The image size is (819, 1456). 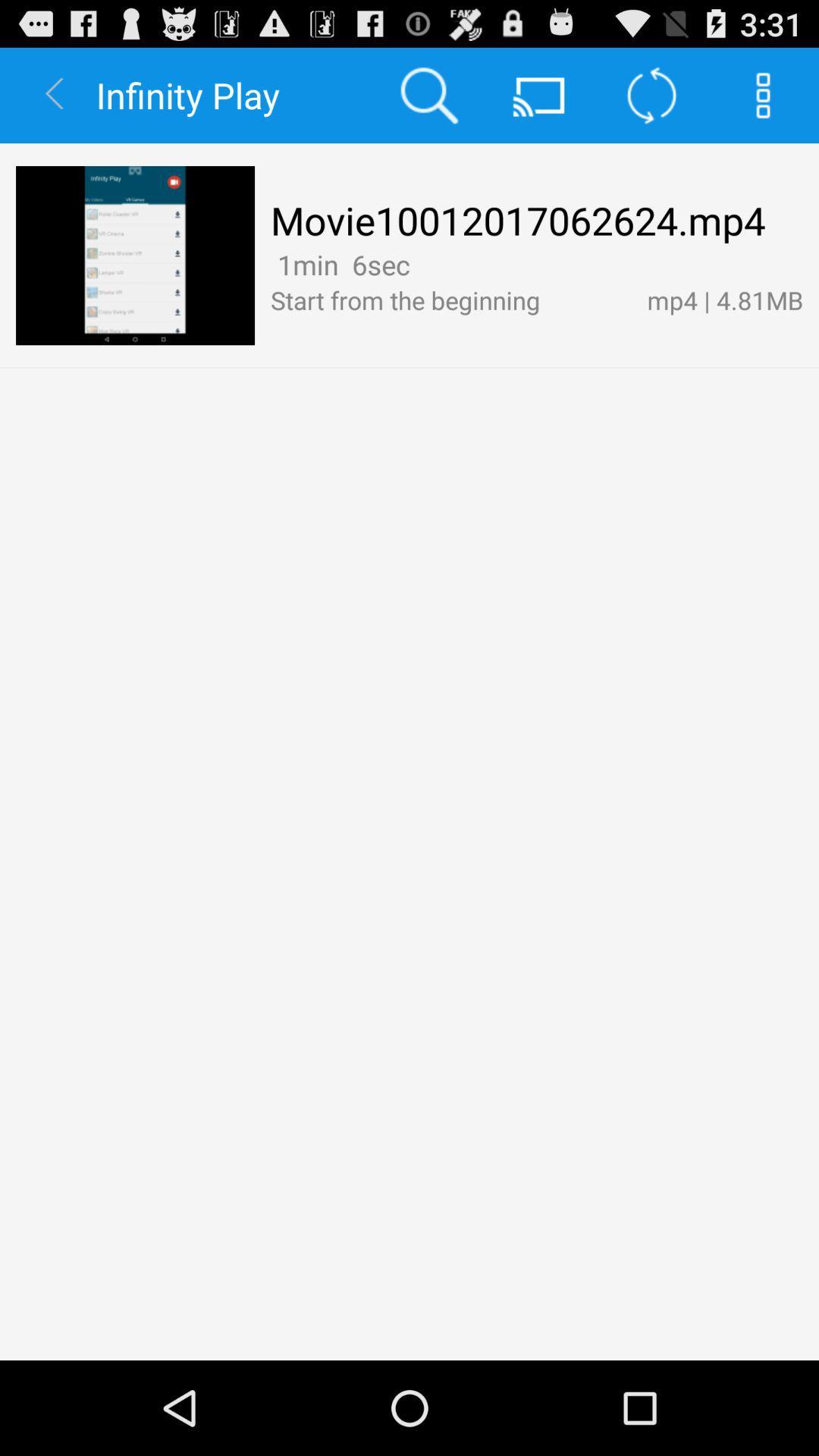 What do you see at coordinates (428, 94) in the screenshot?
I see `the item next to infinity play icon` at bounding box center [428, 94].